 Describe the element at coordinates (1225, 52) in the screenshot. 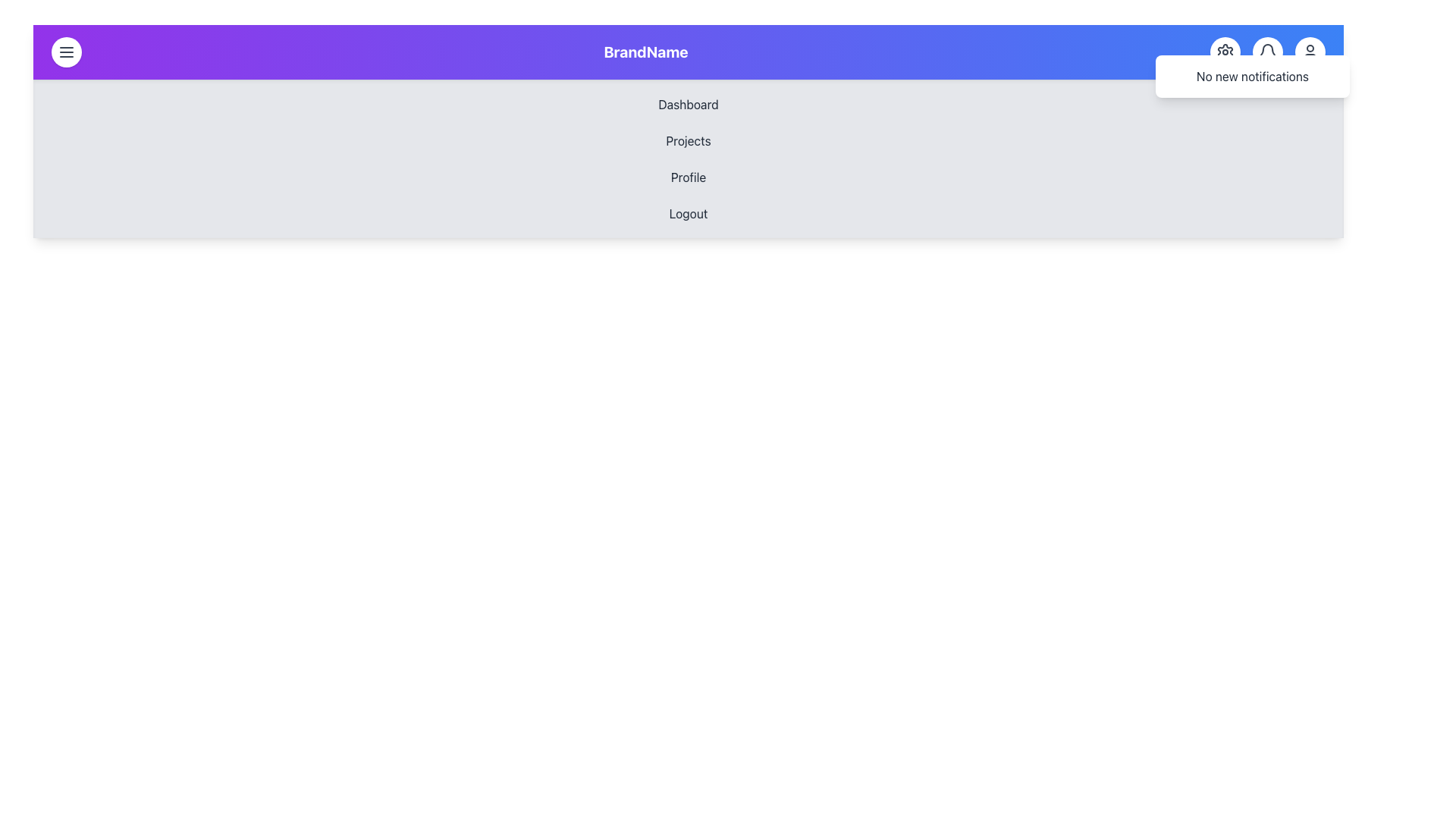

I see `the gear icon, which is a cogwheel-shaped dark gray vector graphic located on the right side of the top navigation bar` at that location.